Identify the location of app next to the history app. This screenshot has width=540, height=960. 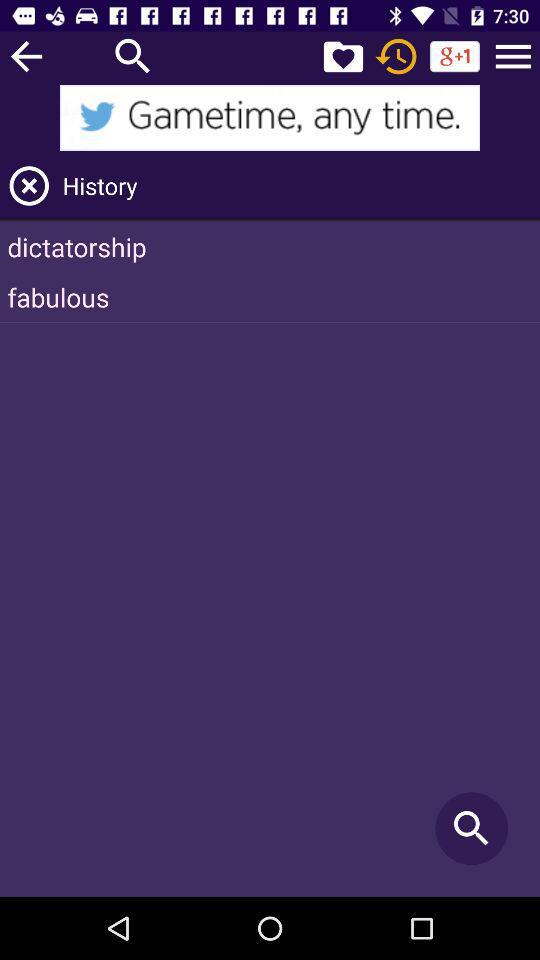
(28, 186).